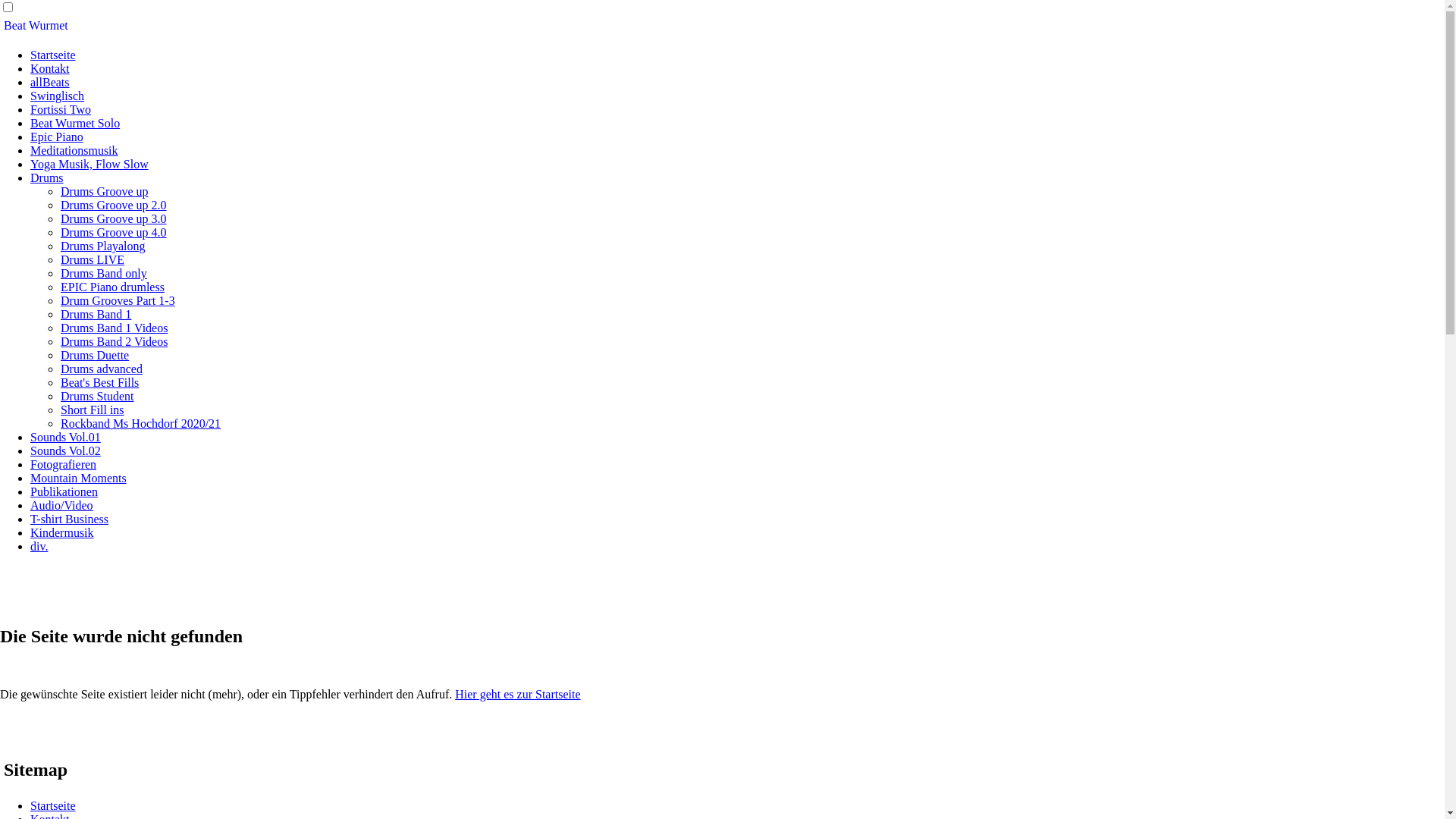 The height and width of the screenshot is (819, 1456). I want to click on 'Drums Student', so click(96, 395).